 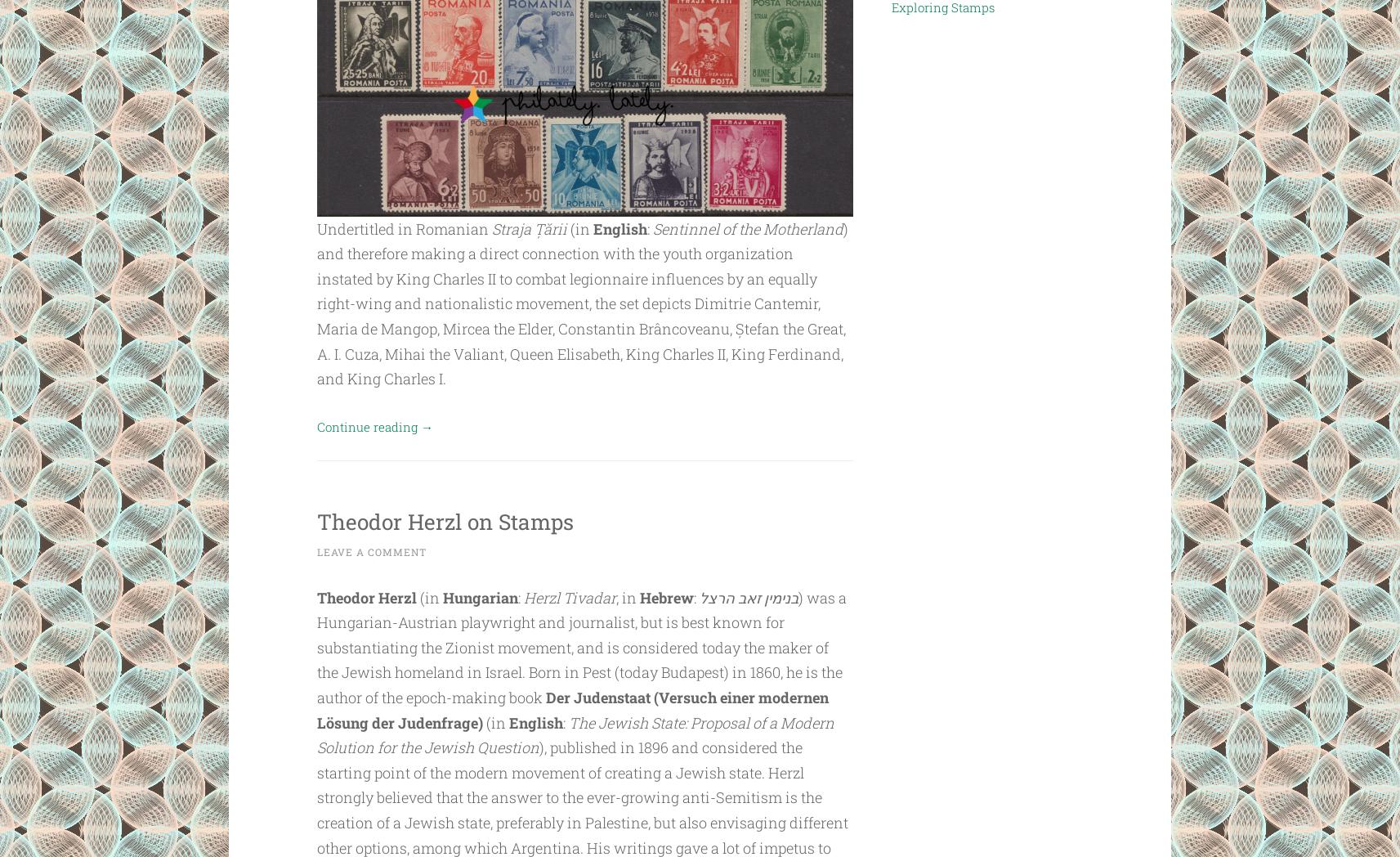 I want to click on ') was a Hungarian-Austrian playwright and journalist, but is best known for substantiating the Zionist movement, and is considered today the maker of the Jewish homeland in Israel. Born in Pest (today Budapest) in 1860, he is the author of the epoch-making book', so click(x=580, y=646).